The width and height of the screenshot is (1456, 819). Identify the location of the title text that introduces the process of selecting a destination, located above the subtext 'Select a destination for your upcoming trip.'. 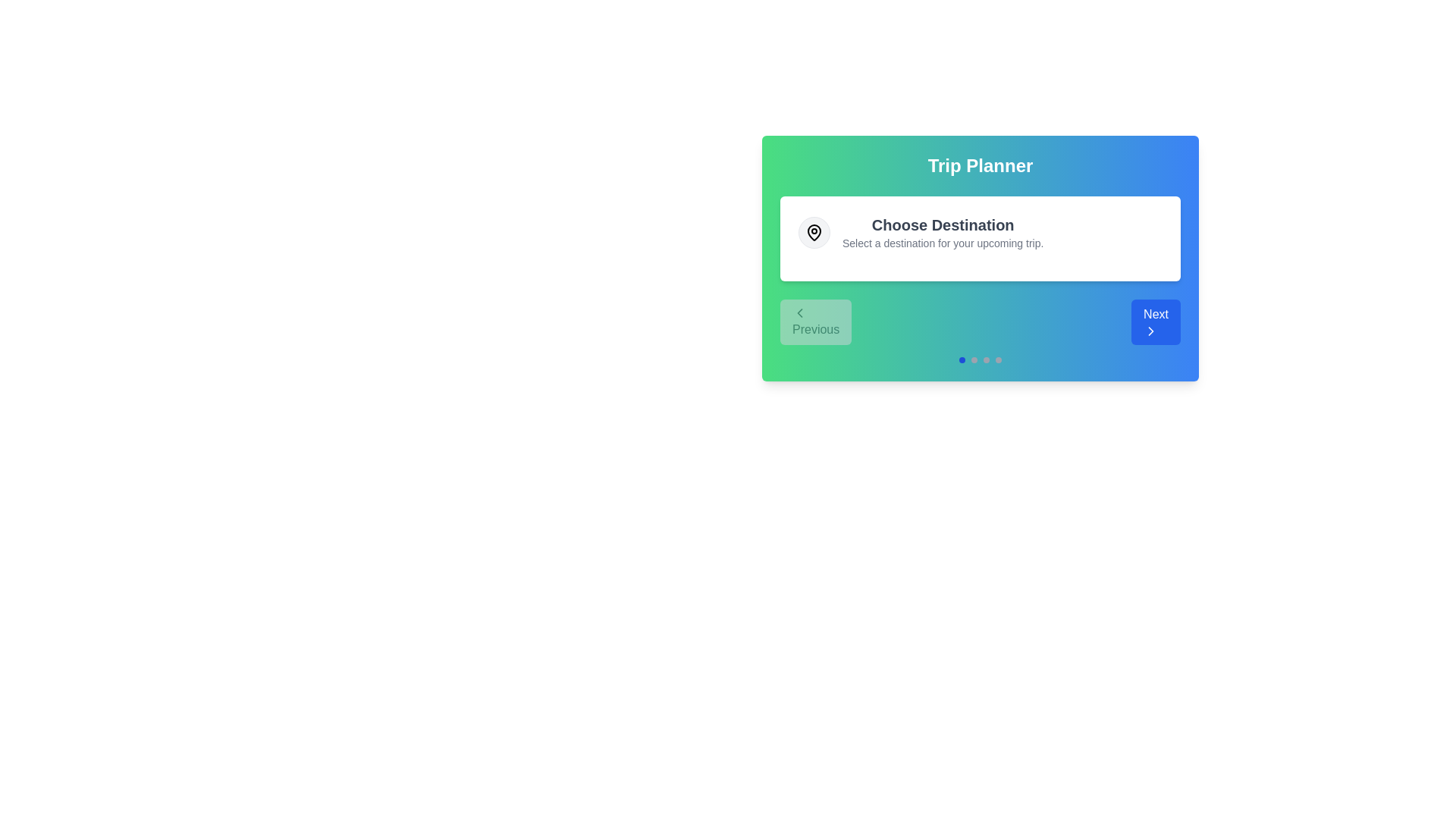
(942, 225).